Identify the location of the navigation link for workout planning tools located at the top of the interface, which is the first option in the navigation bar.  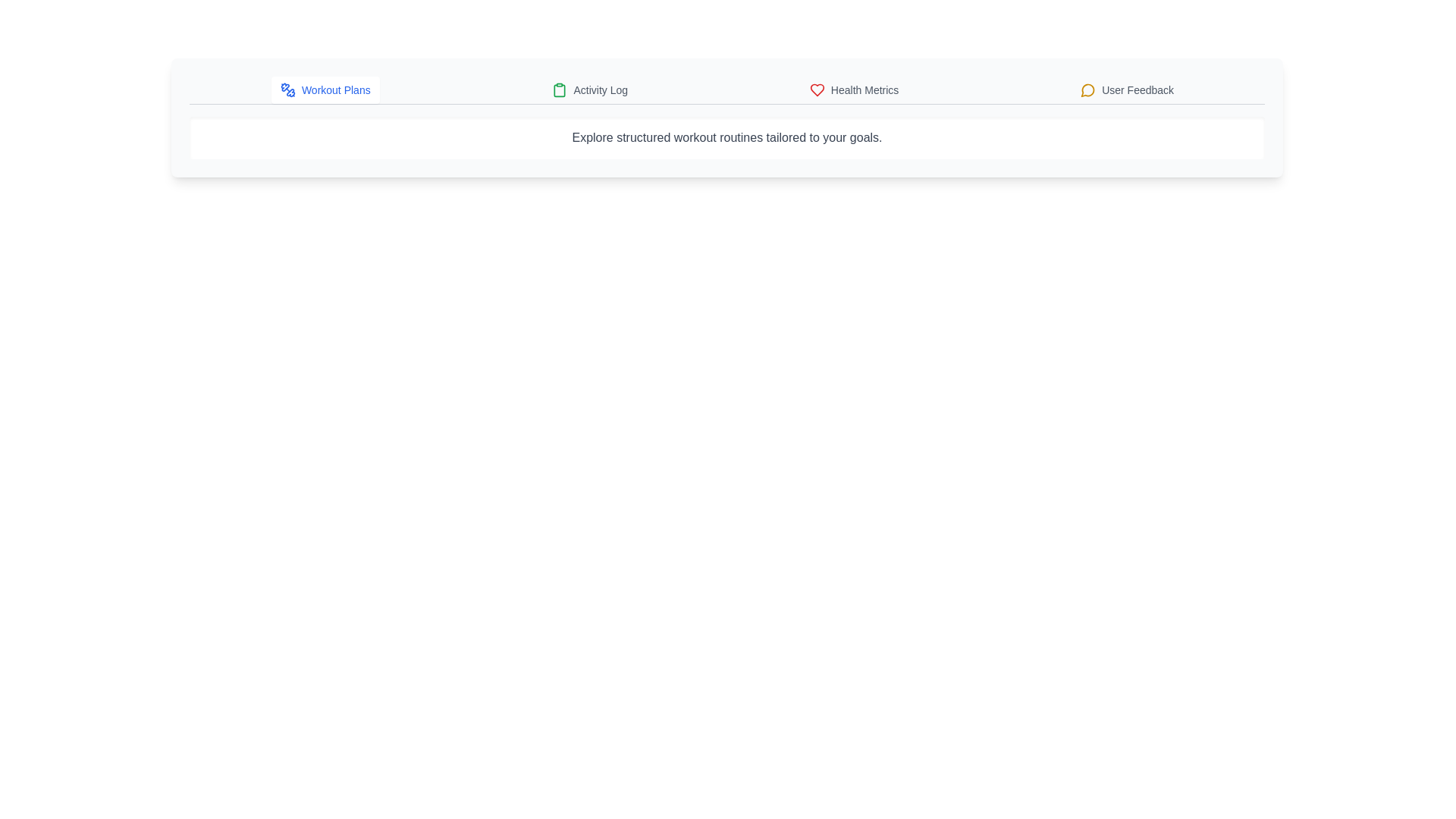
(335, 90).